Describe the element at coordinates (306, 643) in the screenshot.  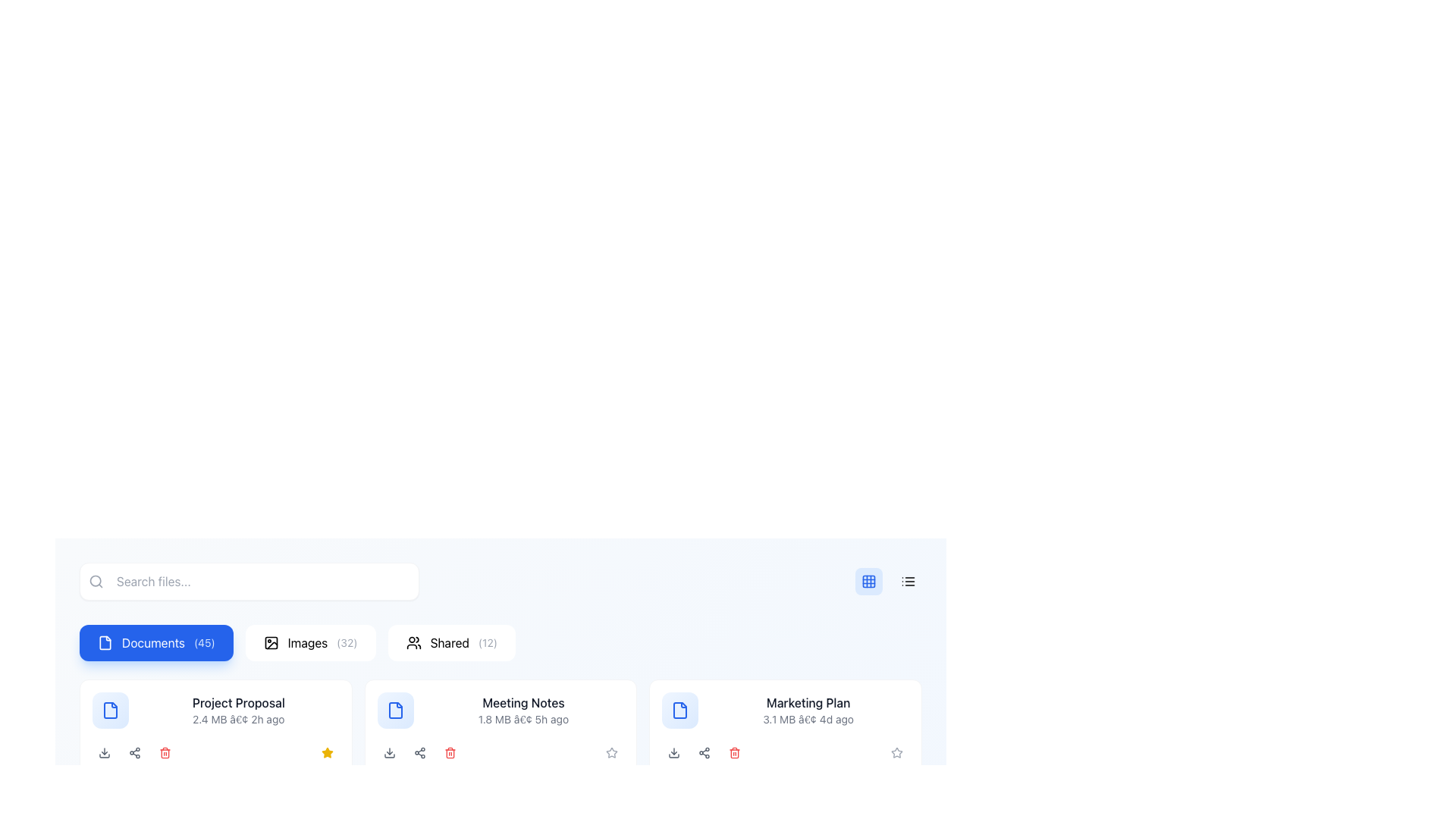
I see `the 'Images' static text label within the button that indicates a navigational category or filter option for items` at that location.